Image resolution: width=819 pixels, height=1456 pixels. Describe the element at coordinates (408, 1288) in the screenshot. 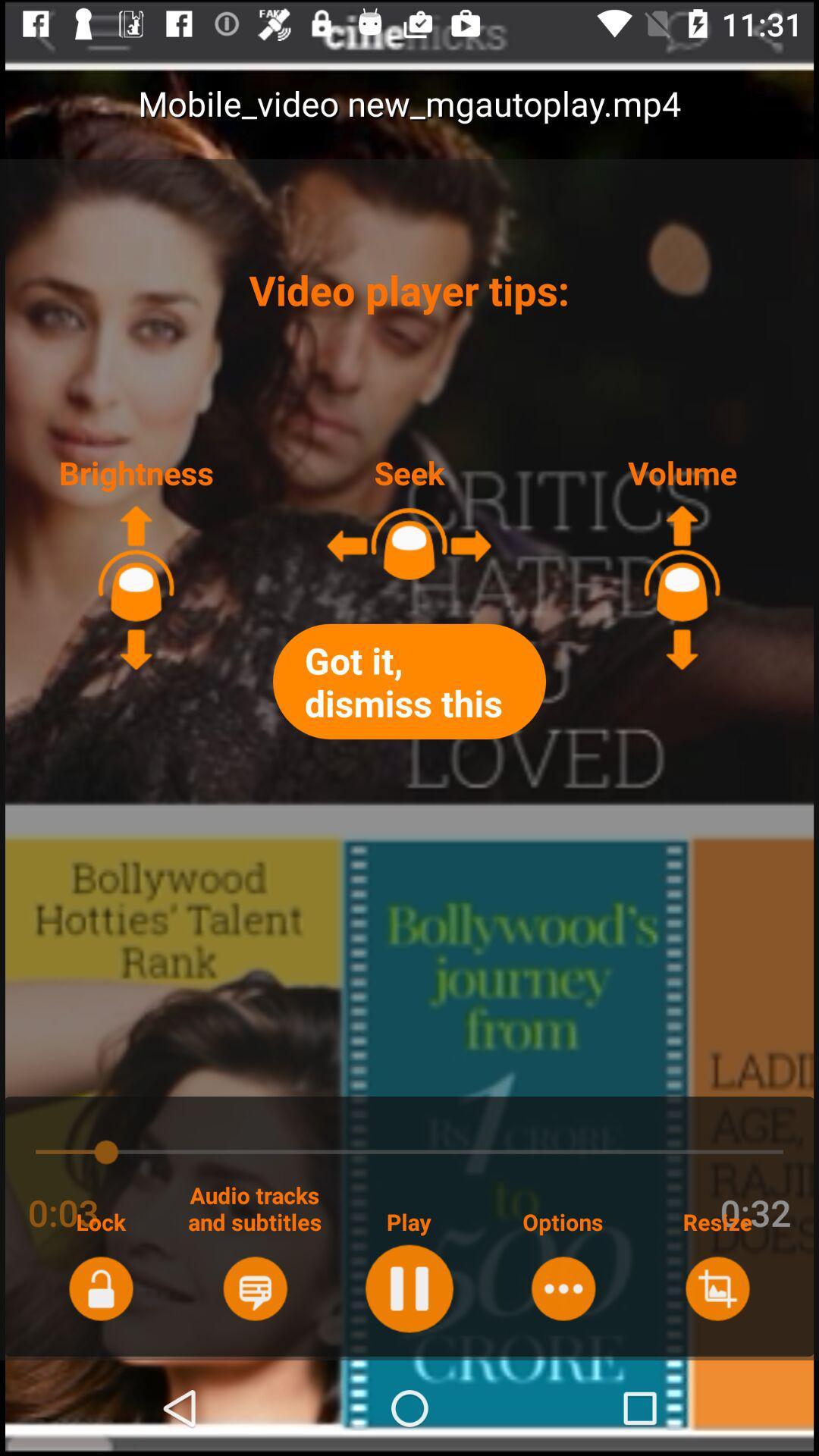

I see `pause/play` at that location.